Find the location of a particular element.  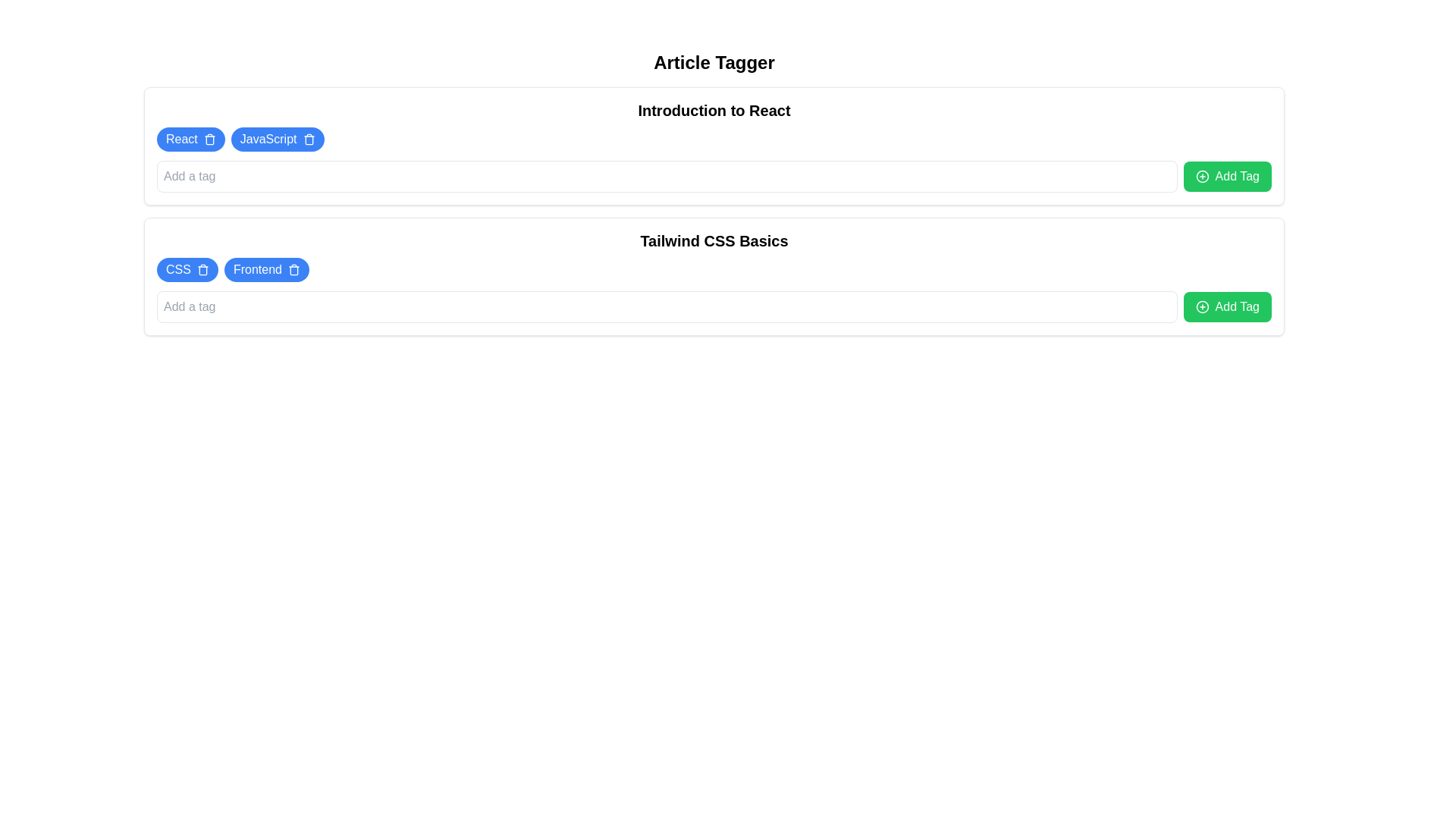

the circled plus icon located within the green 'Add Tag' button, positioned to the left side of the text in the second section of the interface is located at coordinates (1201, 175).